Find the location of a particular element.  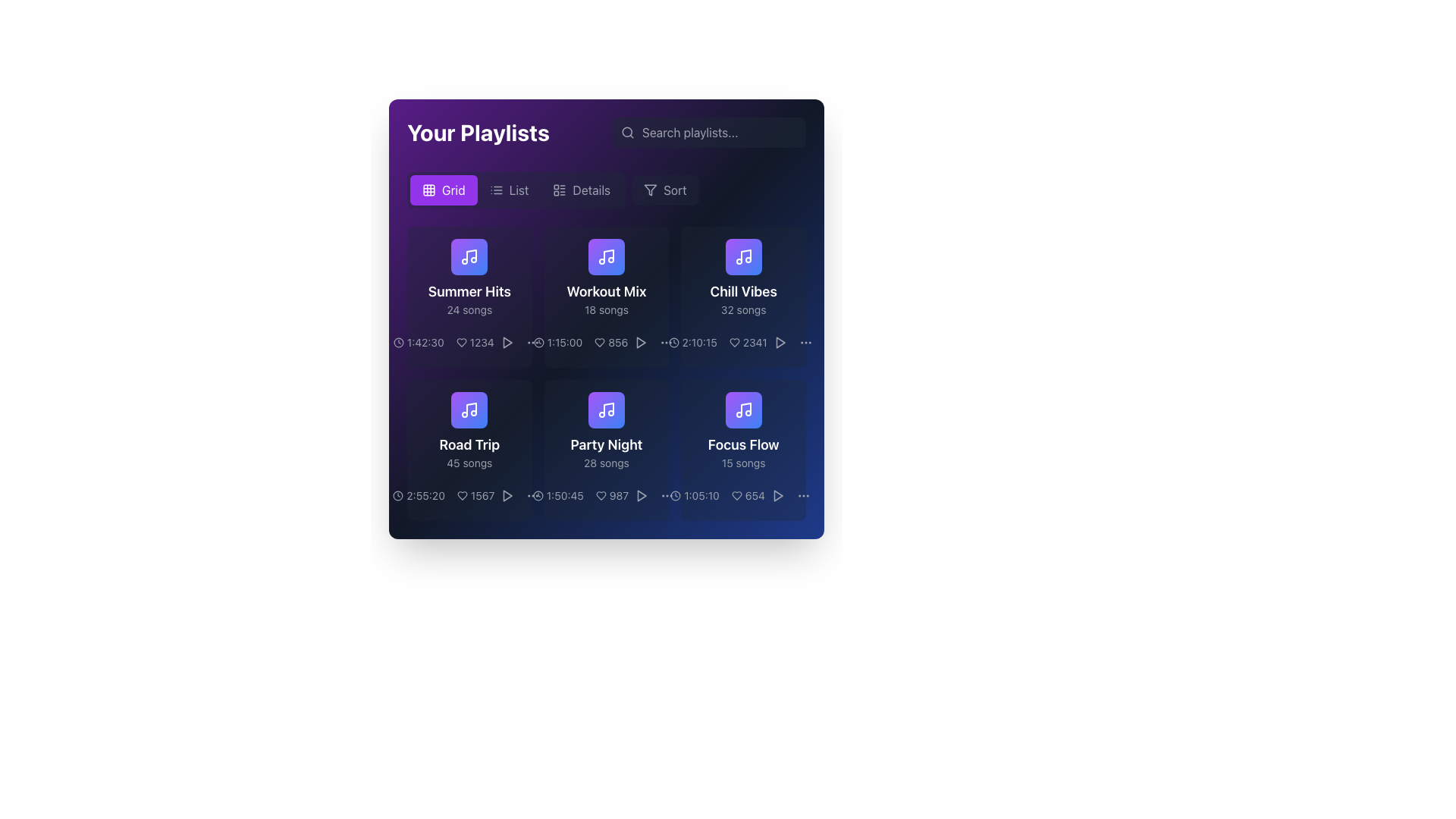

the text block titled 'Focus Flow' that displays '15 songs' in the bottom-right section of the playlist grid is located at coordinates (743, 452).